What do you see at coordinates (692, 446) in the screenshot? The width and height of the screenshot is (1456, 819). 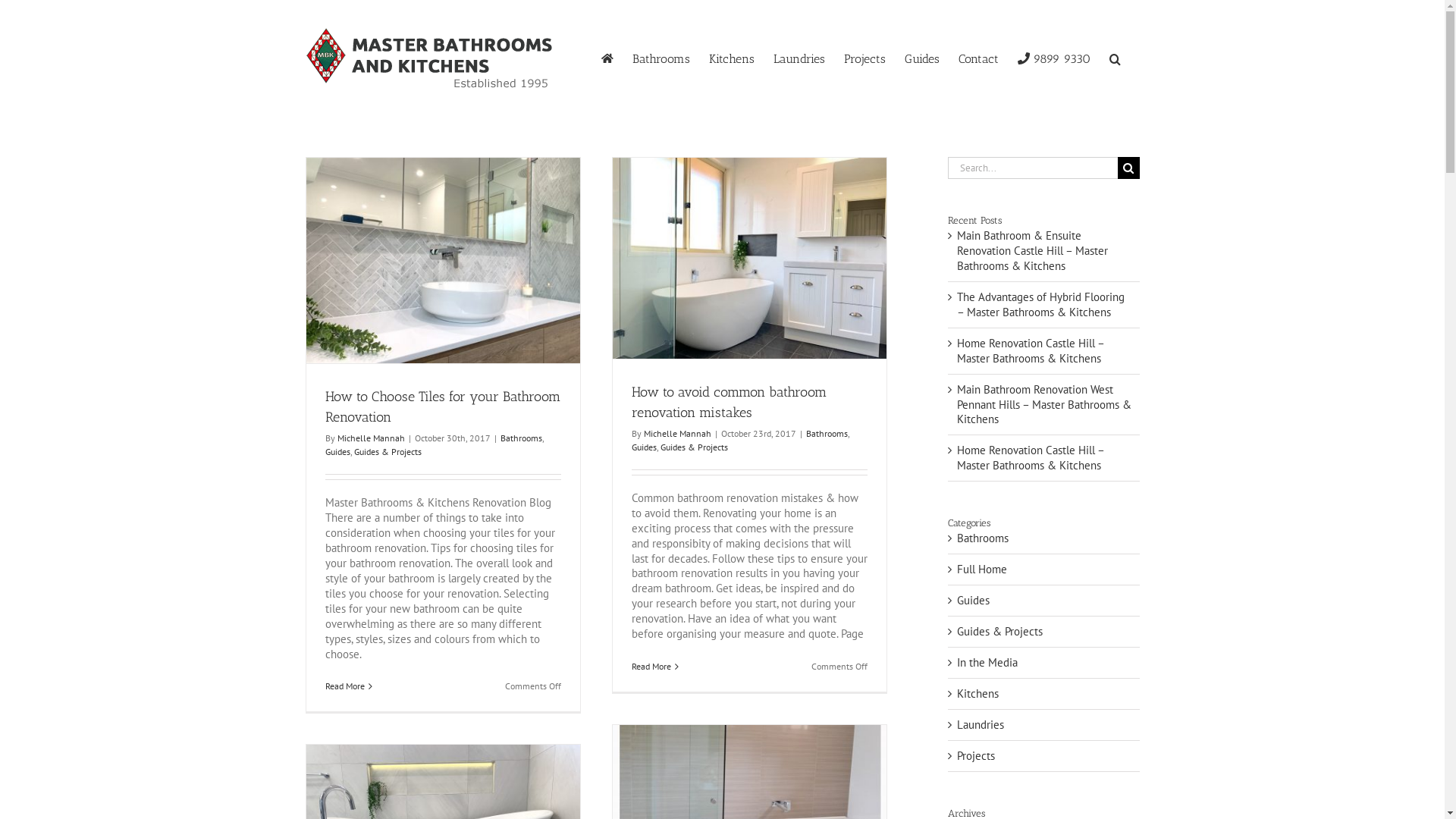 I see `'Guides & Projects'` at bounding box center [692, 446].